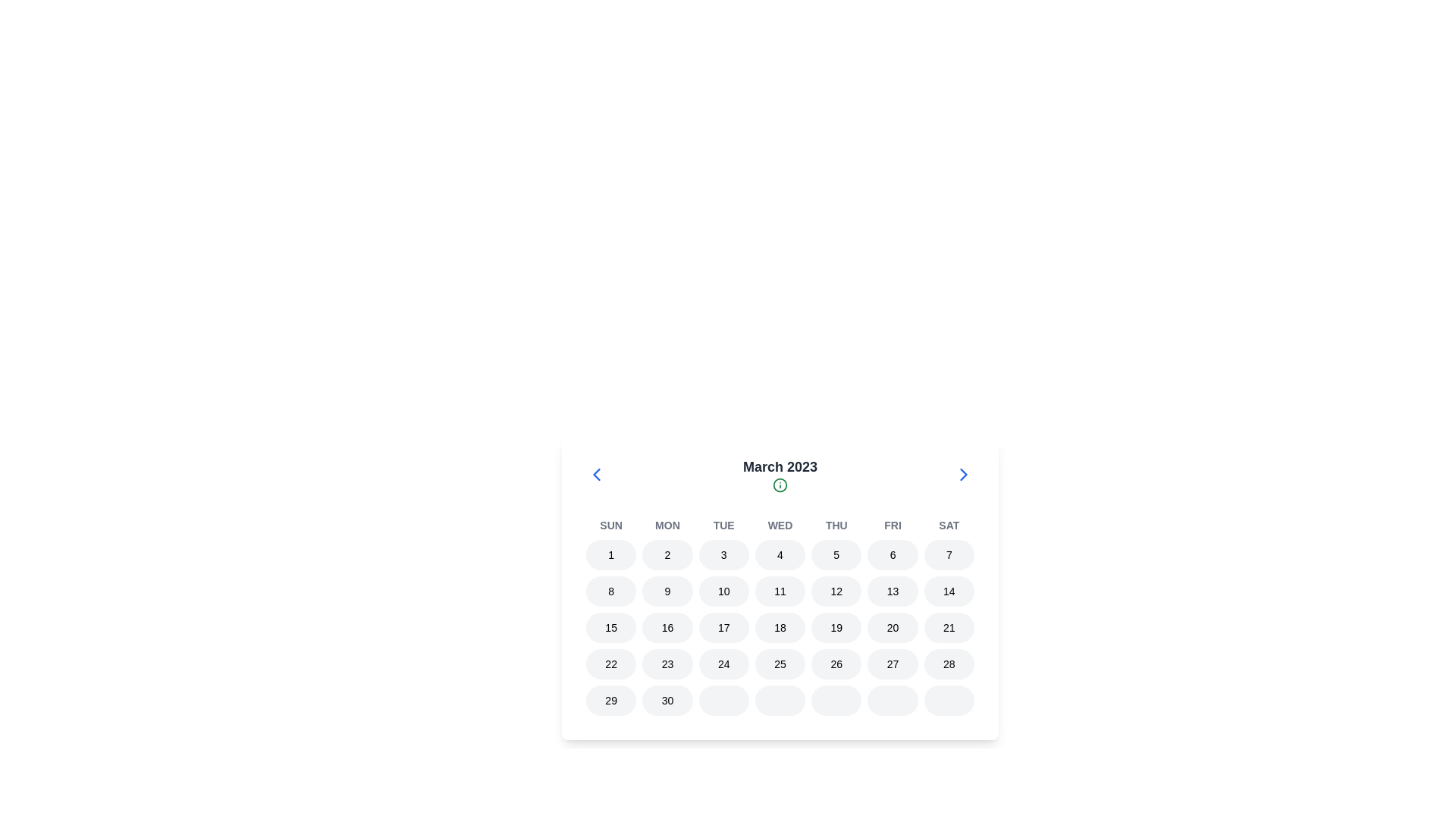 This screenshot has height=819, width=1456. What do you see at coordinates (893, 663) in the screenshot?
I see `the circular button labeled '27' which has a light gray background and is part of a horizontal sequence of date buttons in a calendar view` at bounding box center [893, 663].